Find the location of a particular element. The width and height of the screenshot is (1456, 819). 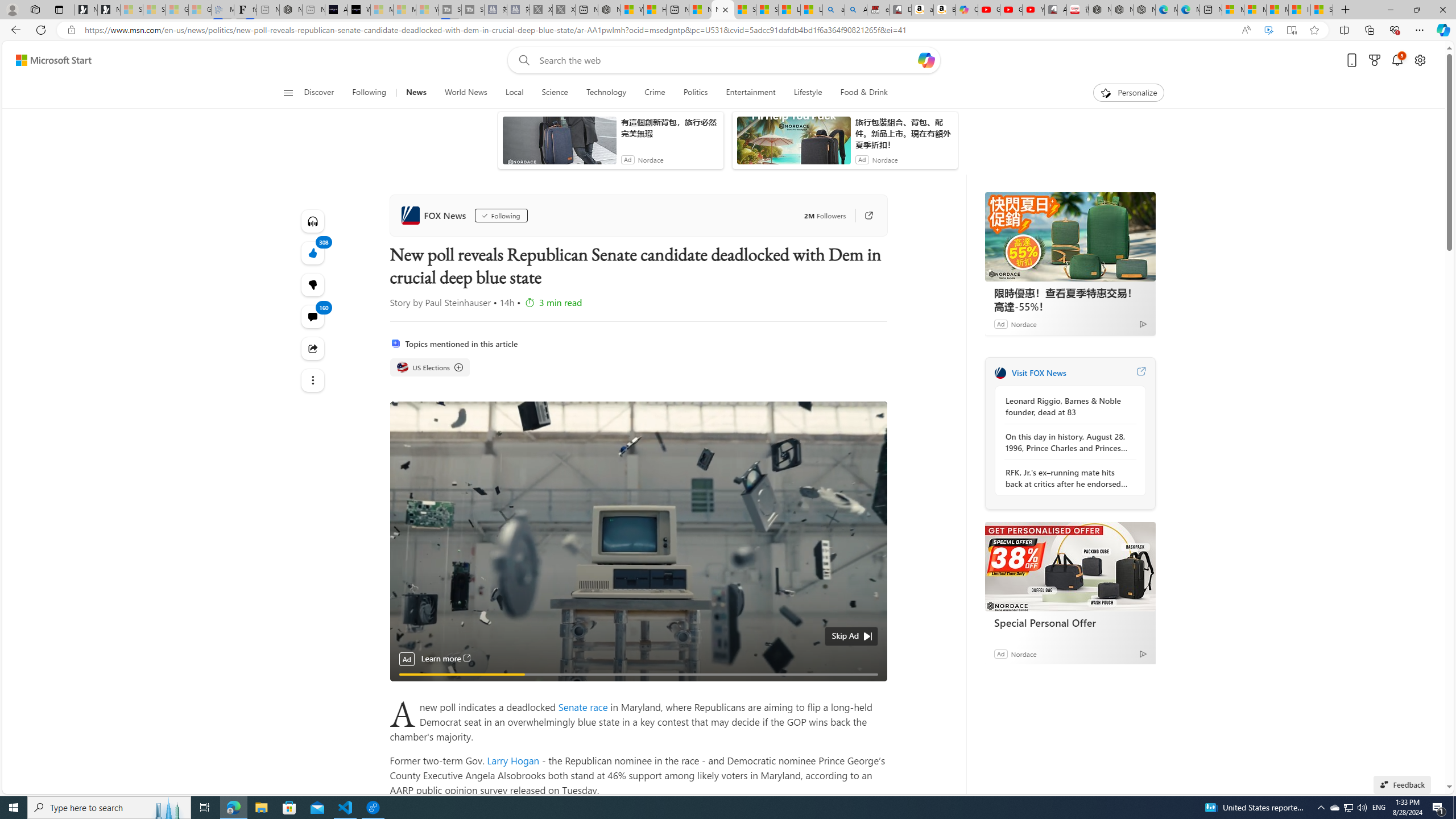

'Skip Ad' is located at coordinates (845, 635).